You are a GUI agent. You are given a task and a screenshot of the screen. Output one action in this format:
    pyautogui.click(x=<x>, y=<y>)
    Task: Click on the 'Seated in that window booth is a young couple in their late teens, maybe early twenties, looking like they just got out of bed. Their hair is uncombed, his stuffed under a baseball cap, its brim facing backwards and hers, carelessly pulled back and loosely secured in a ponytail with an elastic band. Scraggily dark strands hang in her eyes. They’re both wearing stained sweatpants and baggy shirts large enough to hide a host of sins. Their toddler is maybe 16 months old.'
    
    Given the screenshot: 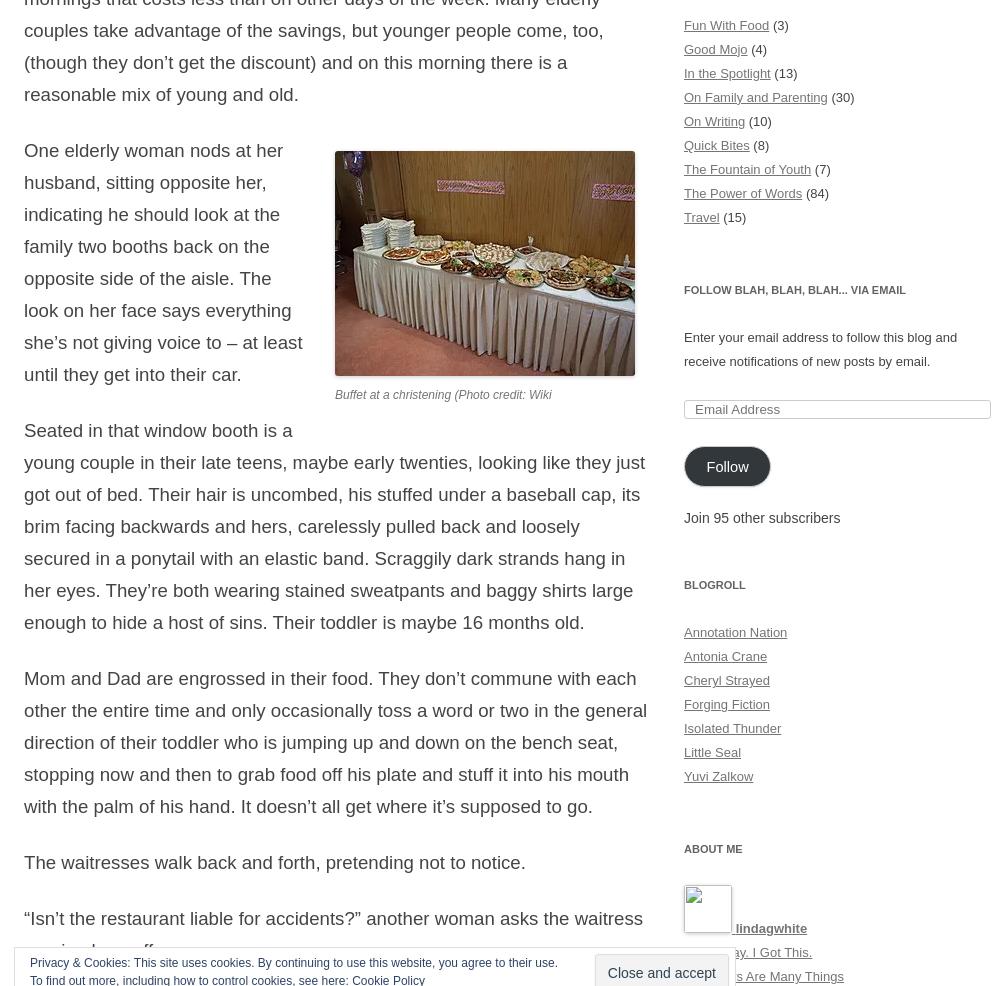 What is the action you would take?
    pyautogui.click(x=334, y=525)
    